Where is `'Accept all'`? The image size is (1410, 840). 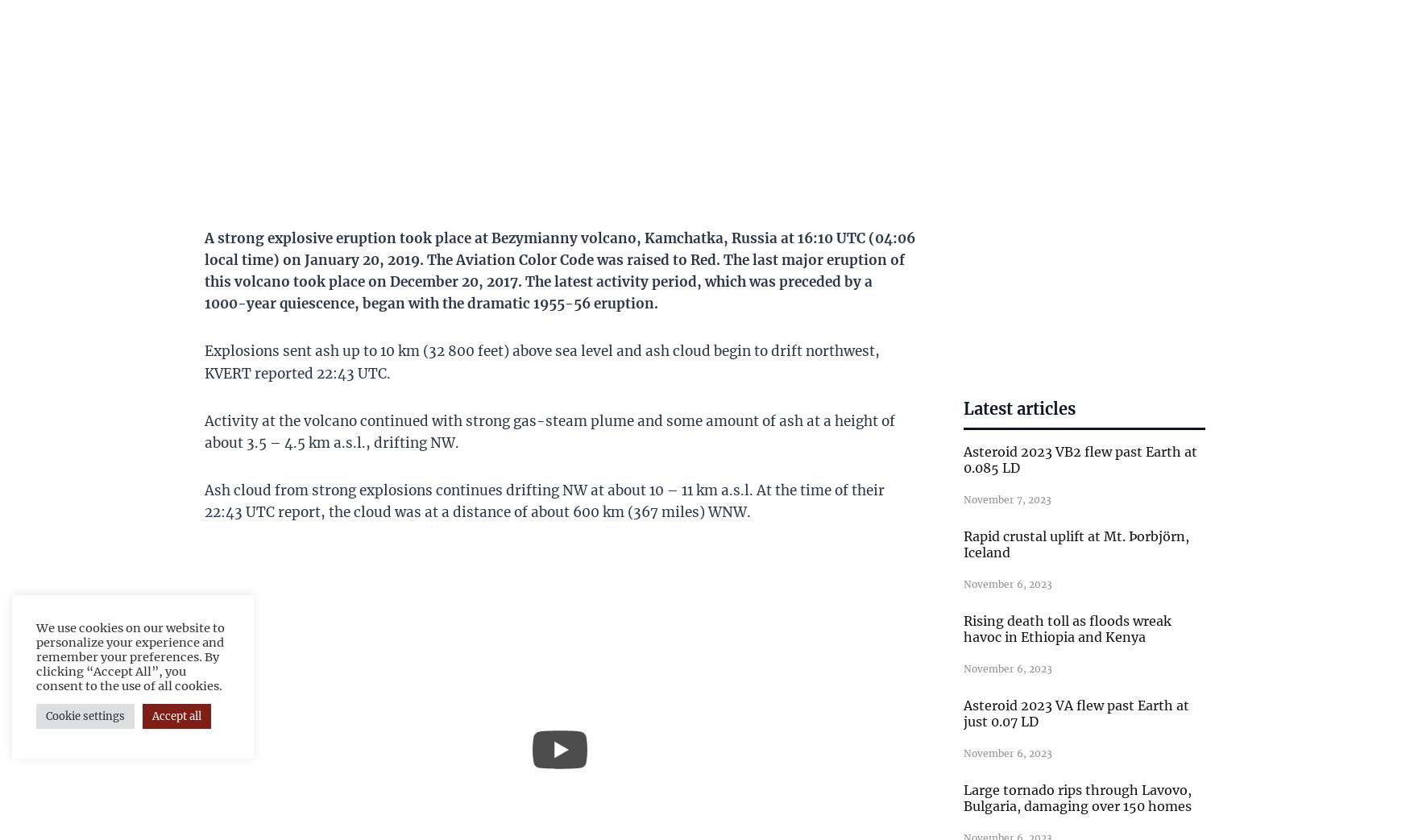
'Accept all' is located at coordinates (176, 716).